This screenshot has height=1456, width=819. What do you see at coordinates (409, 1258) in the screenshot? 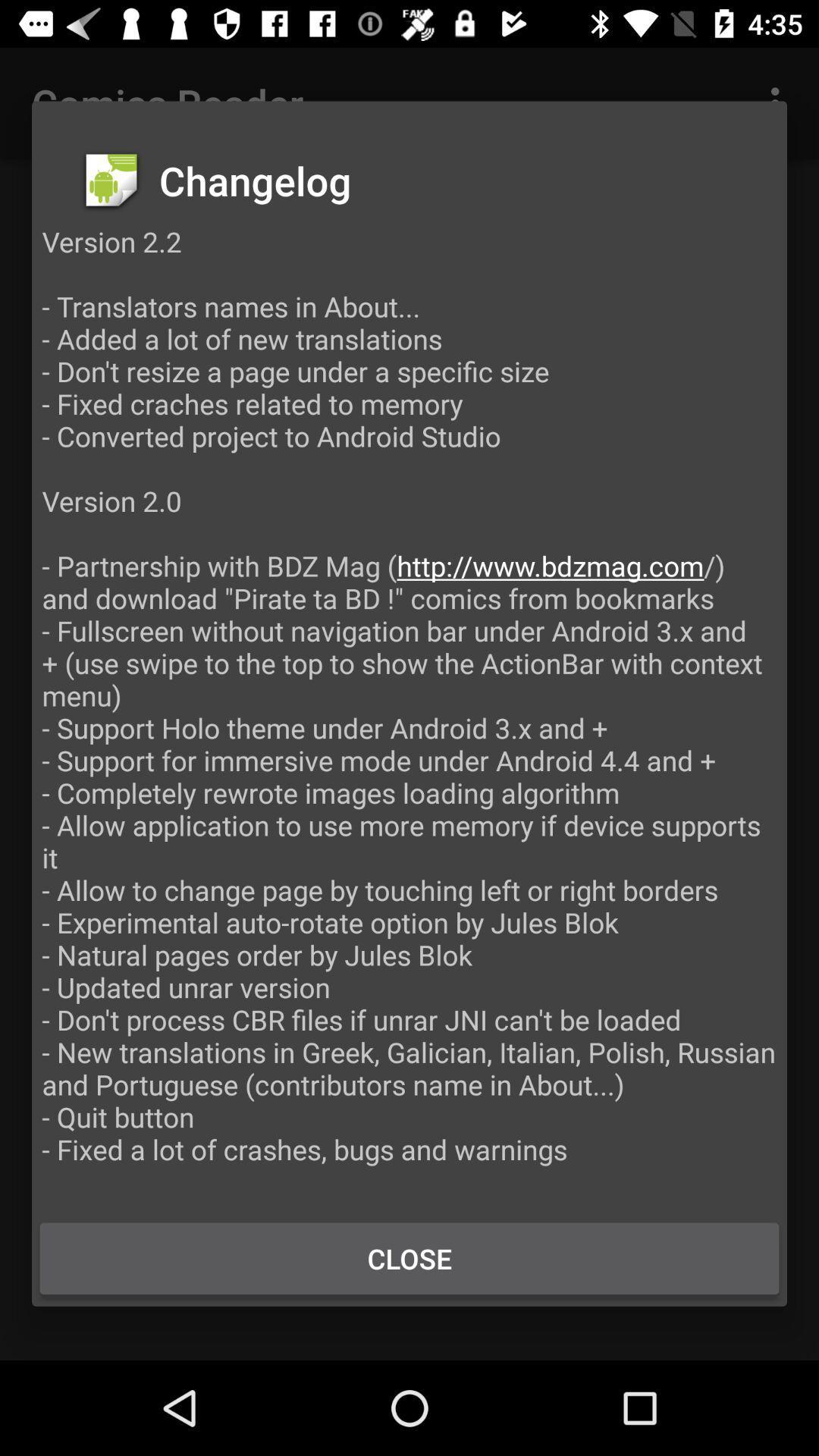
I see `the button at the bottom` at bounding box center [409, 1258].